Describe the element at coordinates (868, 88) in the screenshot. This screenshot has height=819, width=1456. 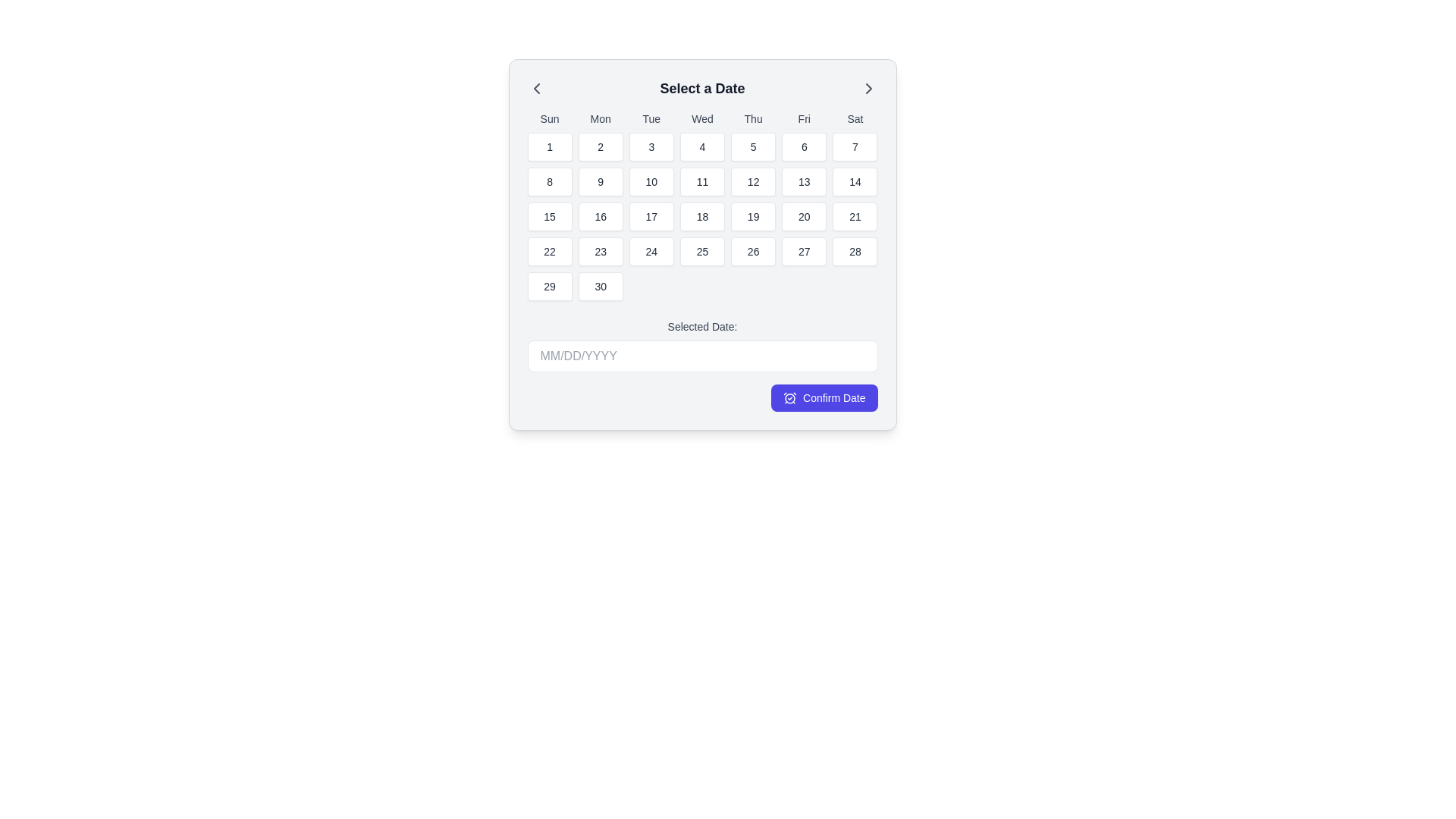
I see `the arrow indicator located in the upper-right section of the interface` at that location.